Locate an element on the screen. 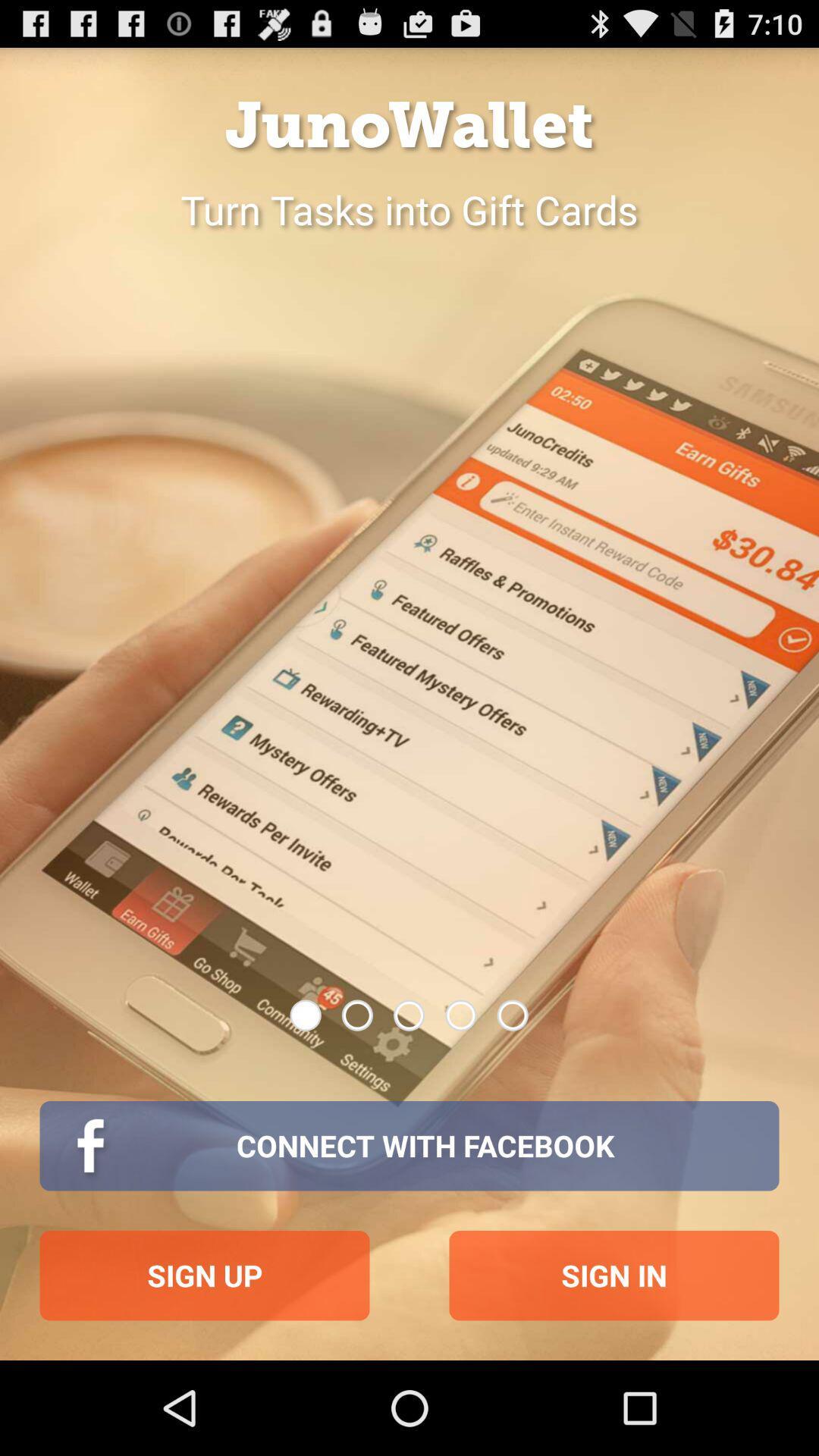 Image resolution: width=819 pixels, height=1456 pixels. the sign in icon is located at coordinates (614, 1275).